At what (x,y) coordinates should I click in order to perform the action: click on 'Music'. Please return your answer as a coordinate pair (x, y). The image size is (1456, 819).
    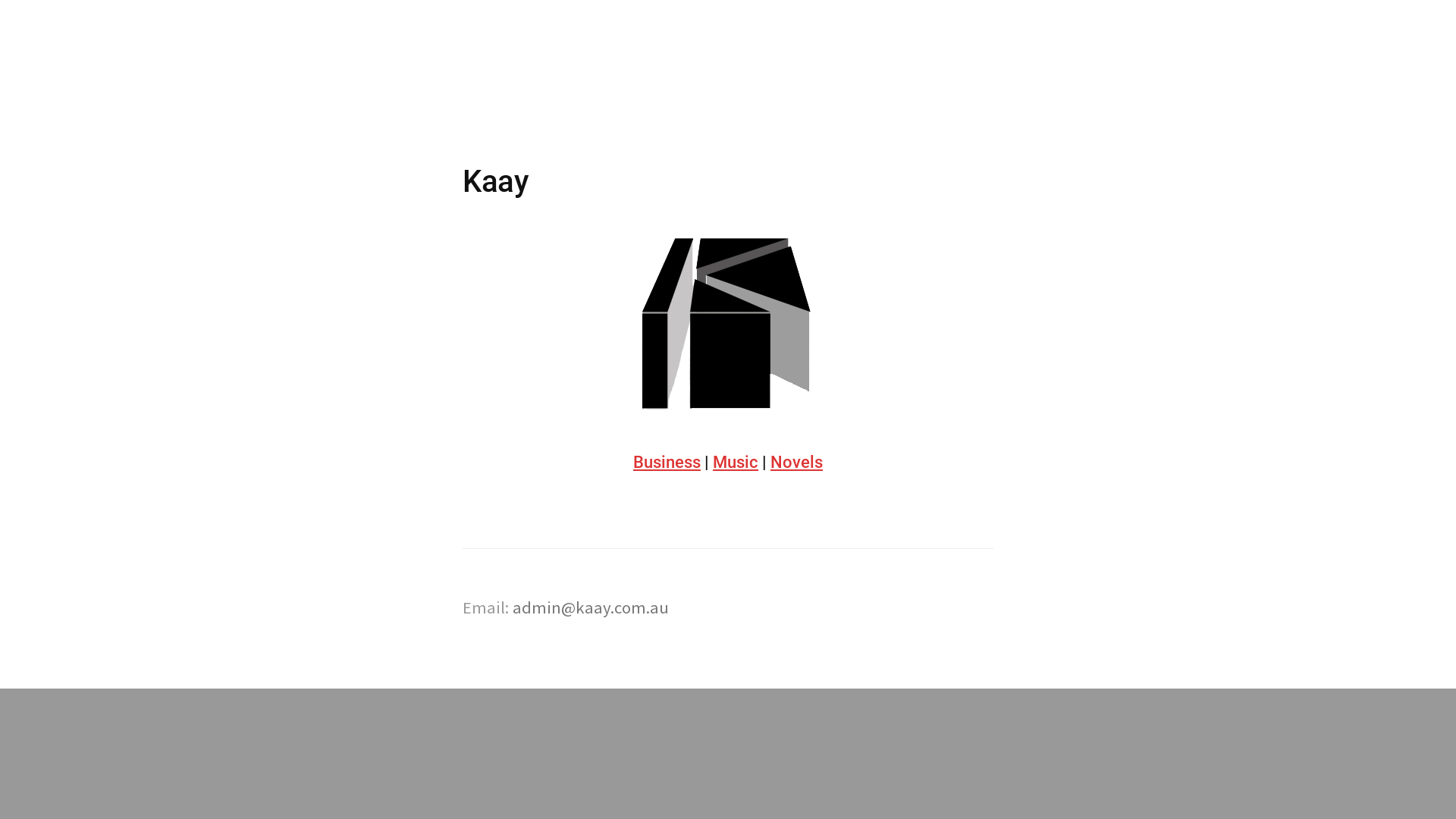
    Looking at the image, I should click on (712, 461).